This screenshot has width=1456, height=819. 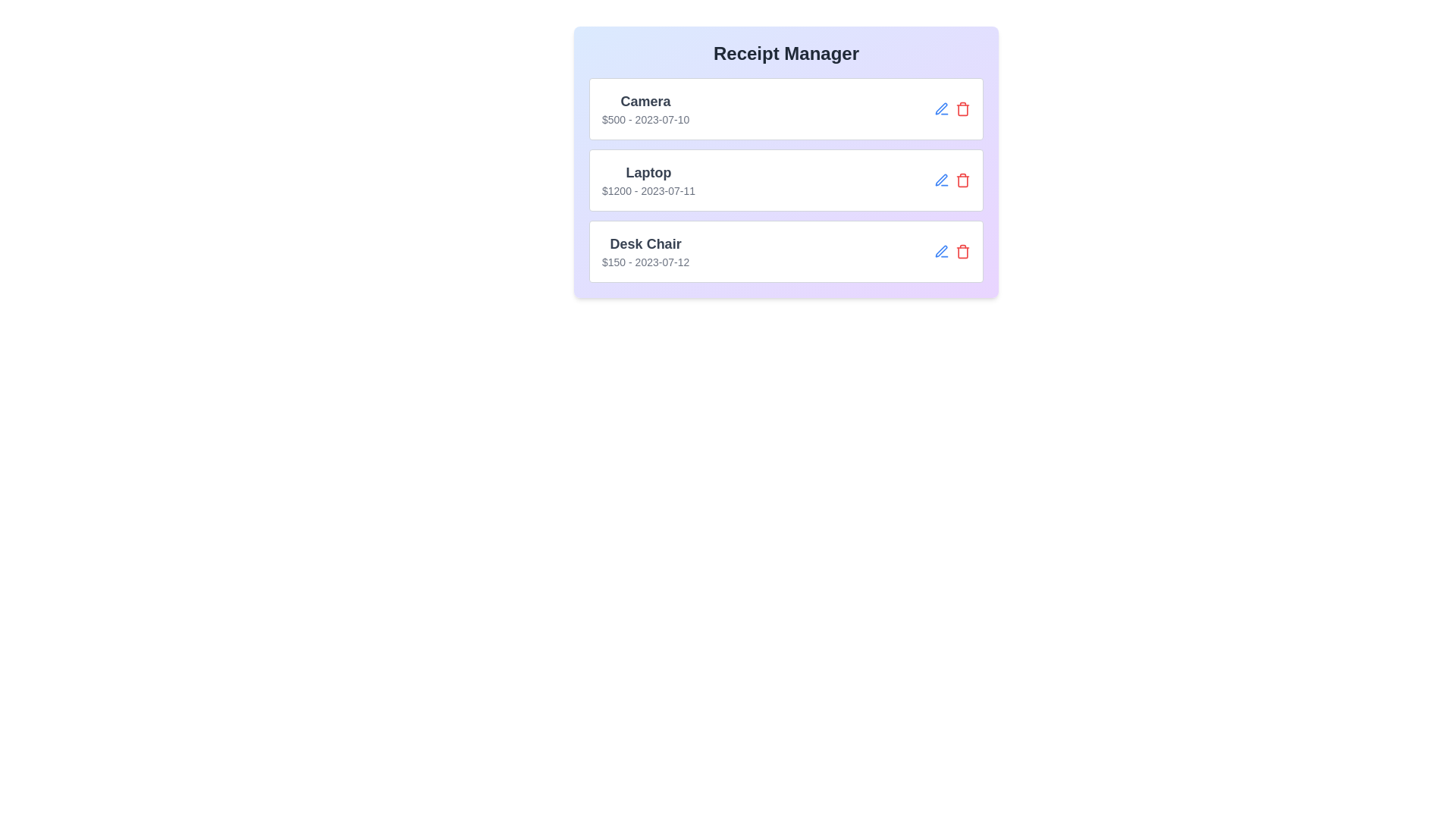 I want to click on the delete button for the receipt entry with item Desk Chair, so click(x=962, y=250).